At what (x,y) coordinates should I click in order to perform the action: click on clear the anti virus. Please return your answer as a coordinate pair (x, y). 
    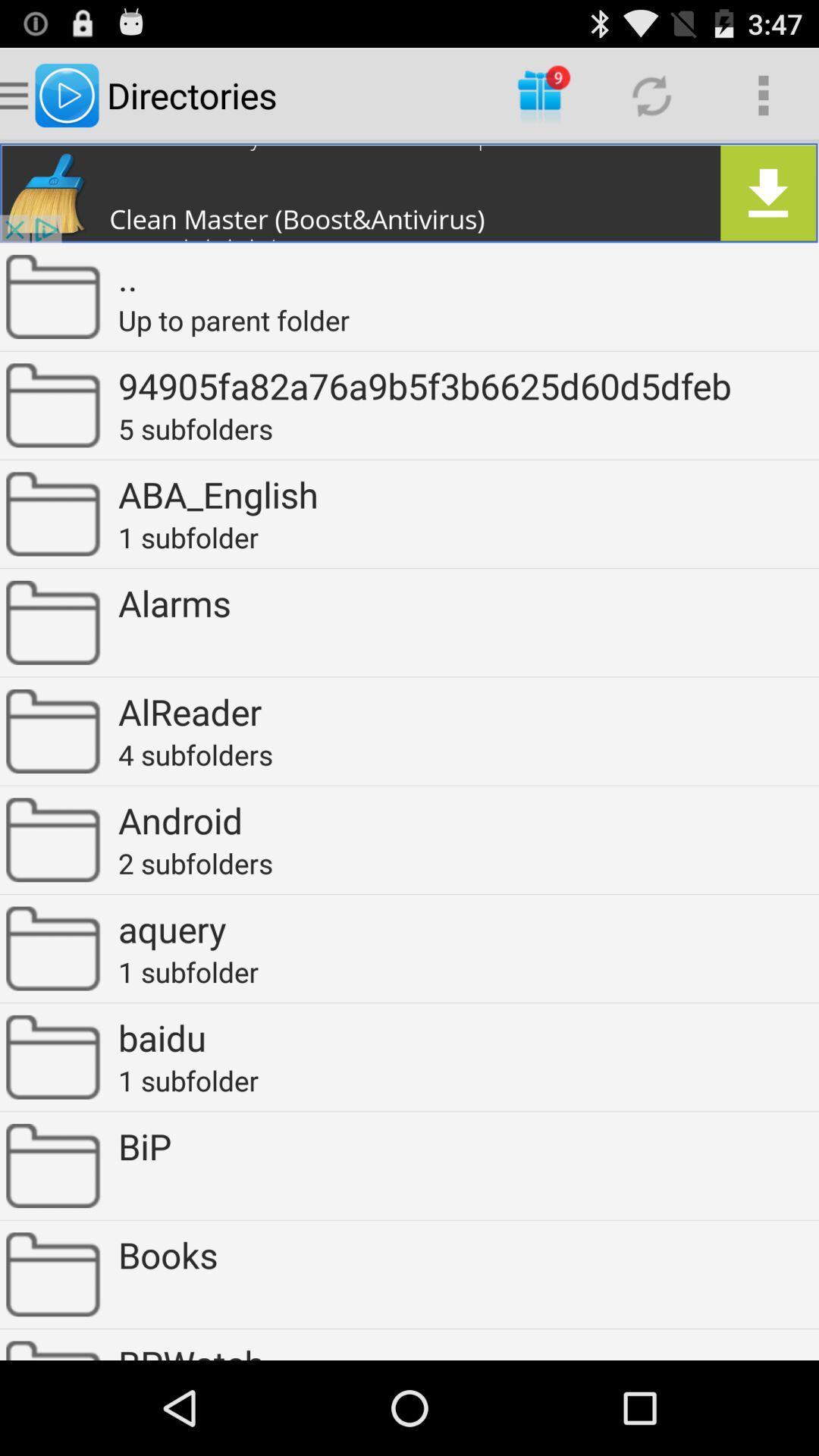
    Looking at the image, I should click on (409, 192).